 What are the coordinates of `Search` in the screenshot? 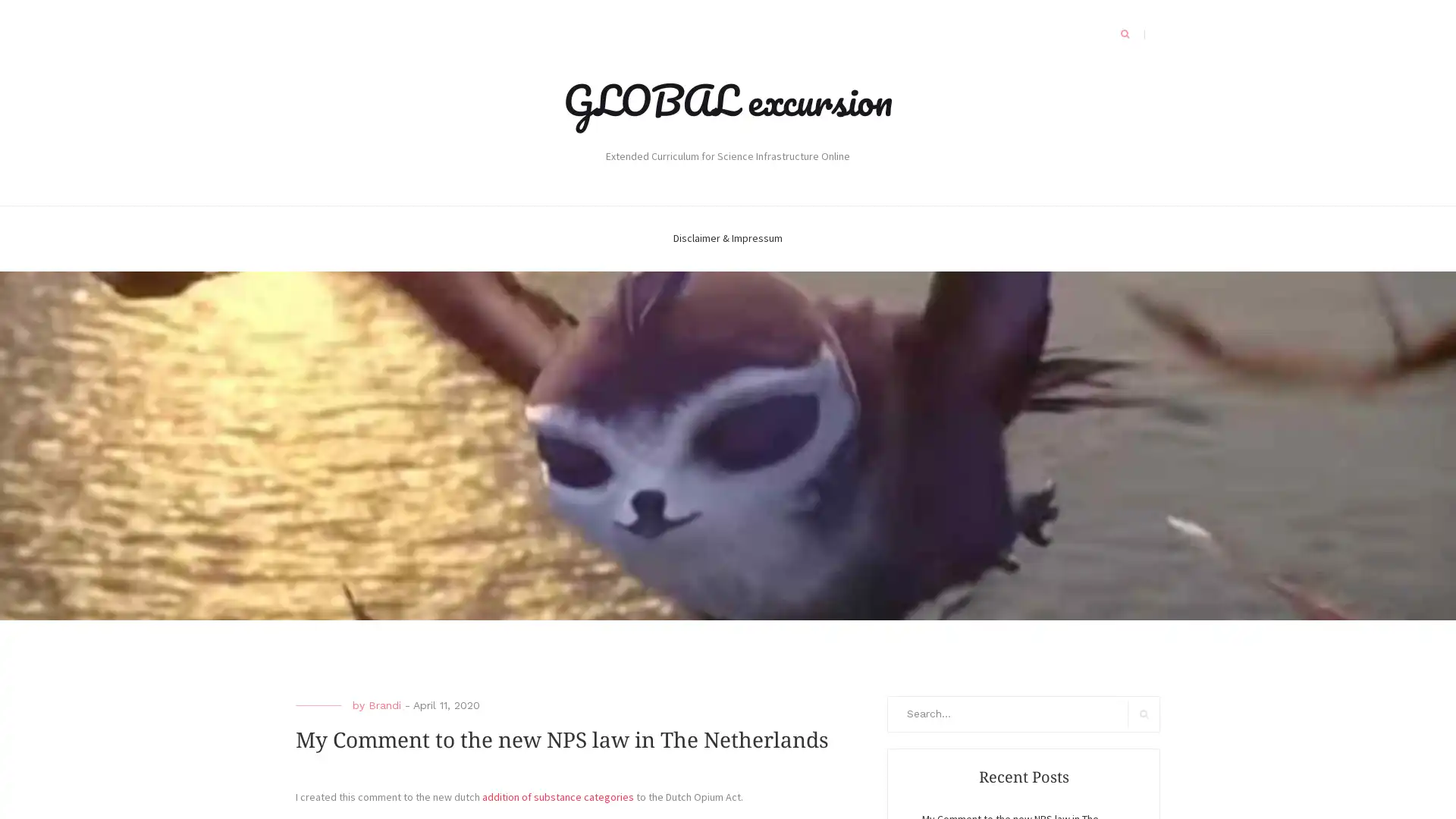 It's located at (1144, 714).